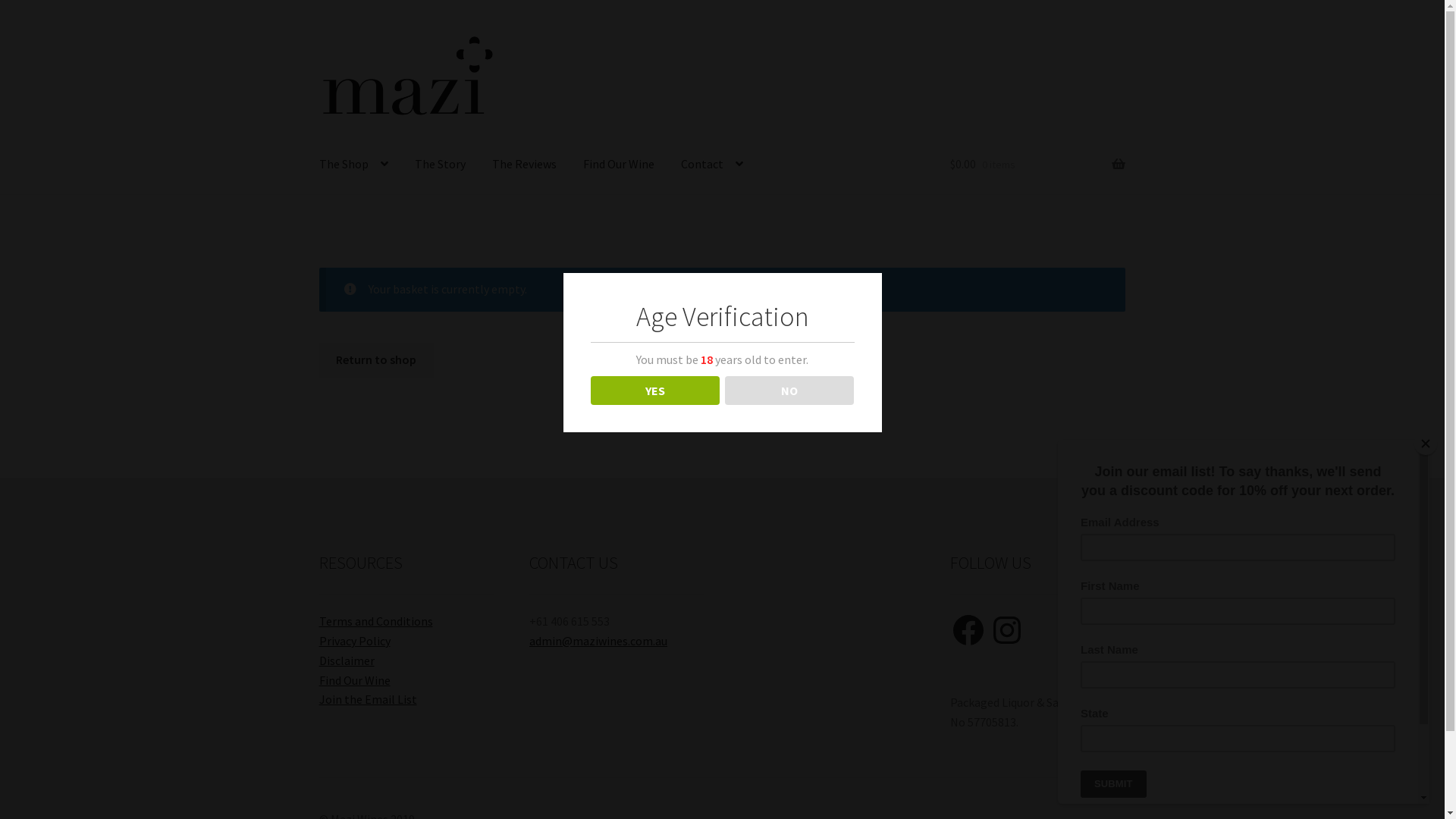 The width and height of the screenshot is (1456, 819). I want to click on 'Find Our Wine', so click(318, 679).